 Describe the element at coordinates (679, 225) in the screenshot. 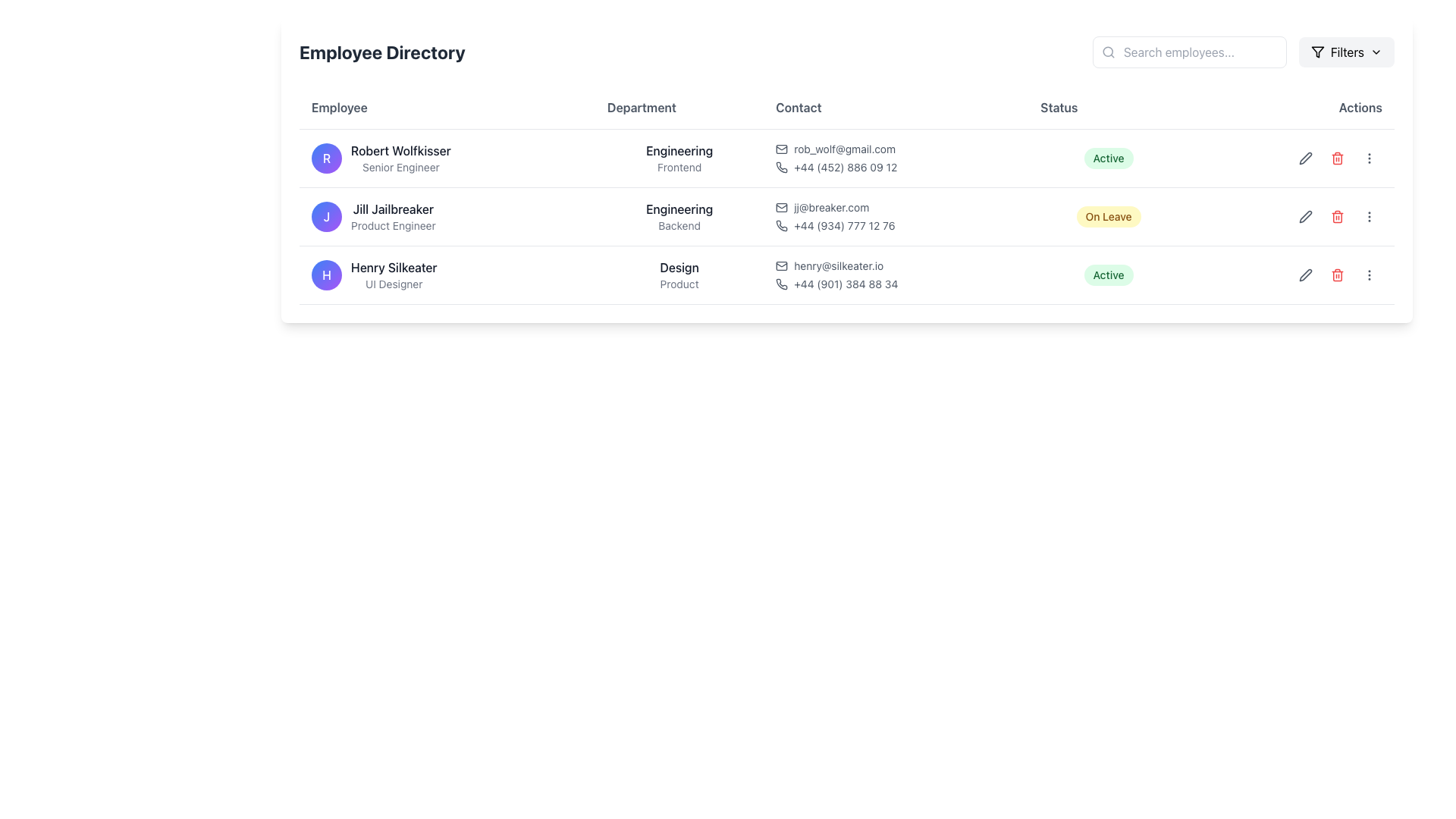

I see `the text label specifying the sub-department of 'Engineering' as 'Backend', positioned below the 'Engineering' text in the 'Department' column of the table` at that location.